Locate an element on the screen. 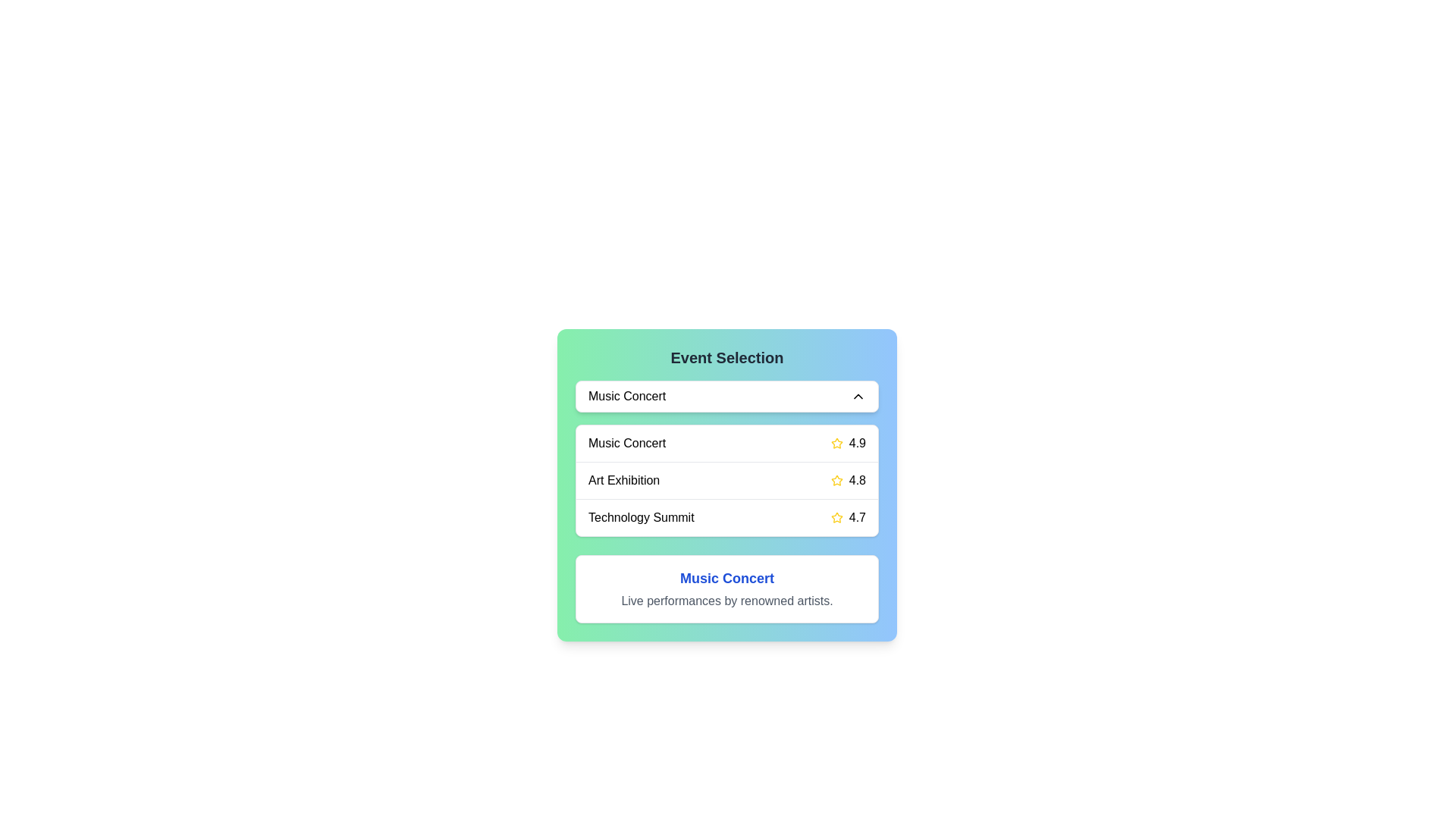 The width and height of the screenshot is (1456, 819). the 'Music Concert' text label located in the dropdown menu beneath 'Event Selection' is located at coordinates (627, 396).